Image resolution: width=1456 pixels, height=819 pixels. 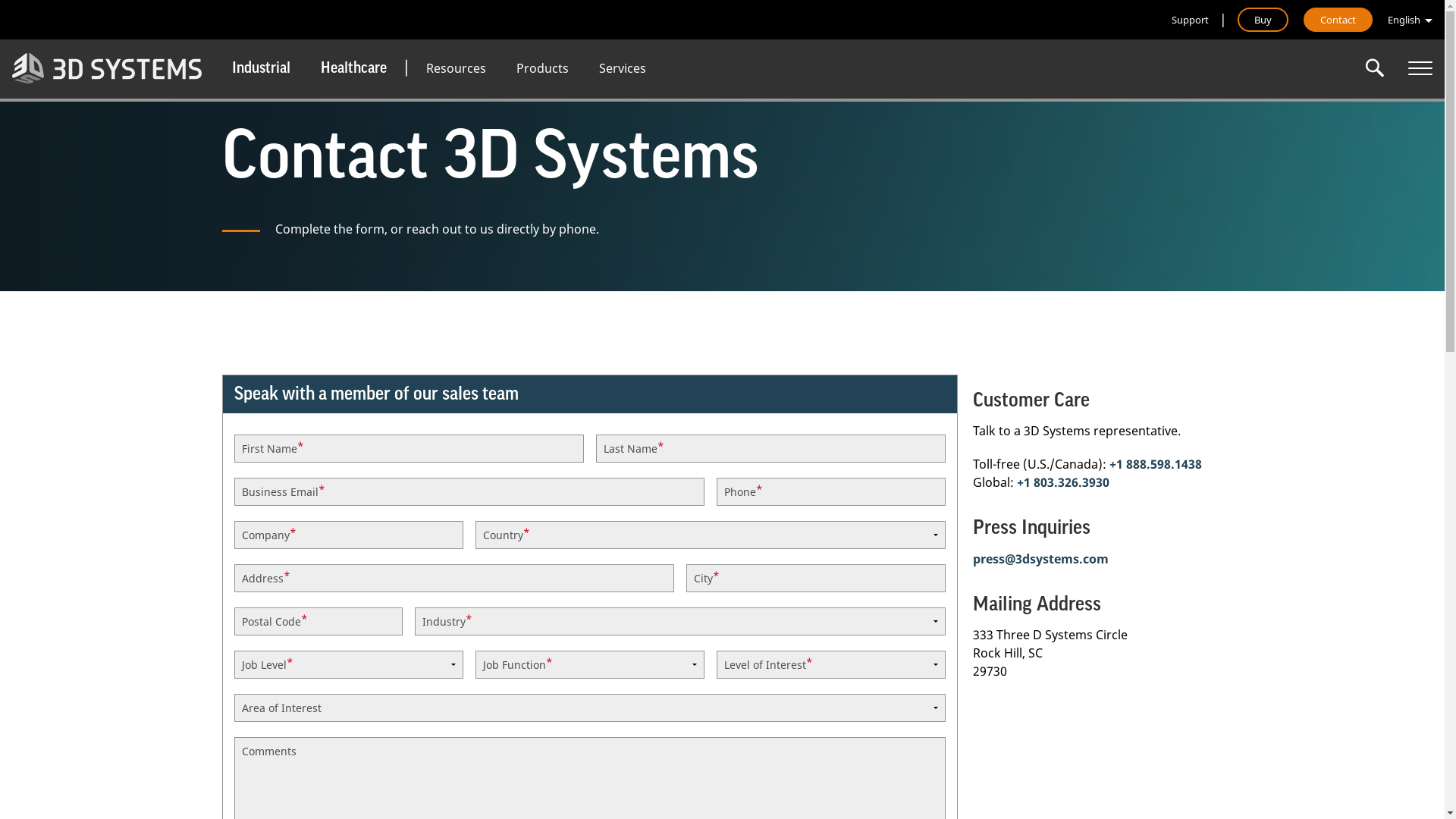 What do you see at coordinates (1338, 20) in the screenshot?
I see `'Contact'` at bounding box center [1338, 20].